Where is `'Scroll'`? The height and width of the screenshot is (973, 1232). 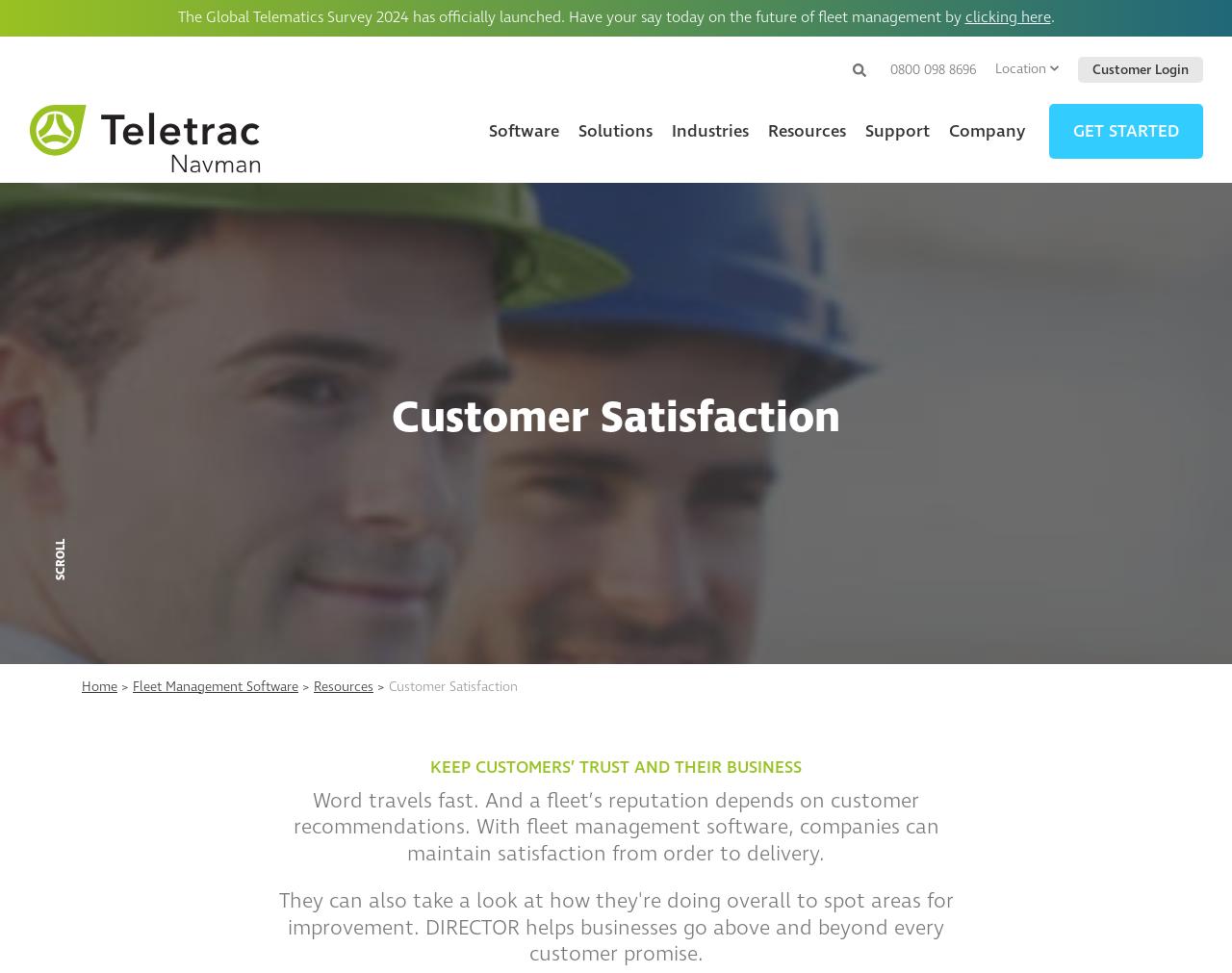 'Scroll' is located at coordinates (61, 560).